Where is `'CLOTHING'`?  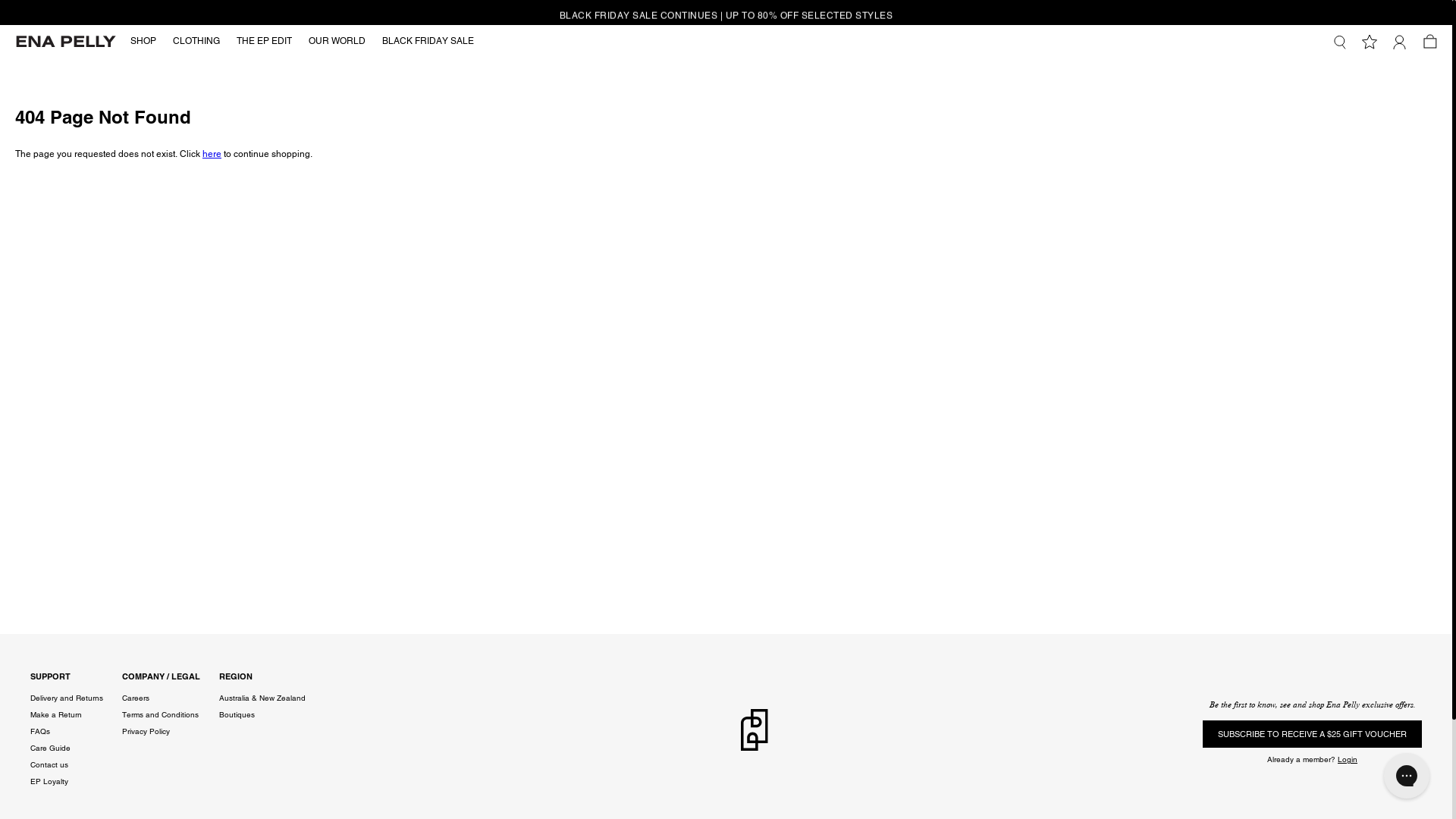 'CLOTHING' is located at coordinates (196, 40).